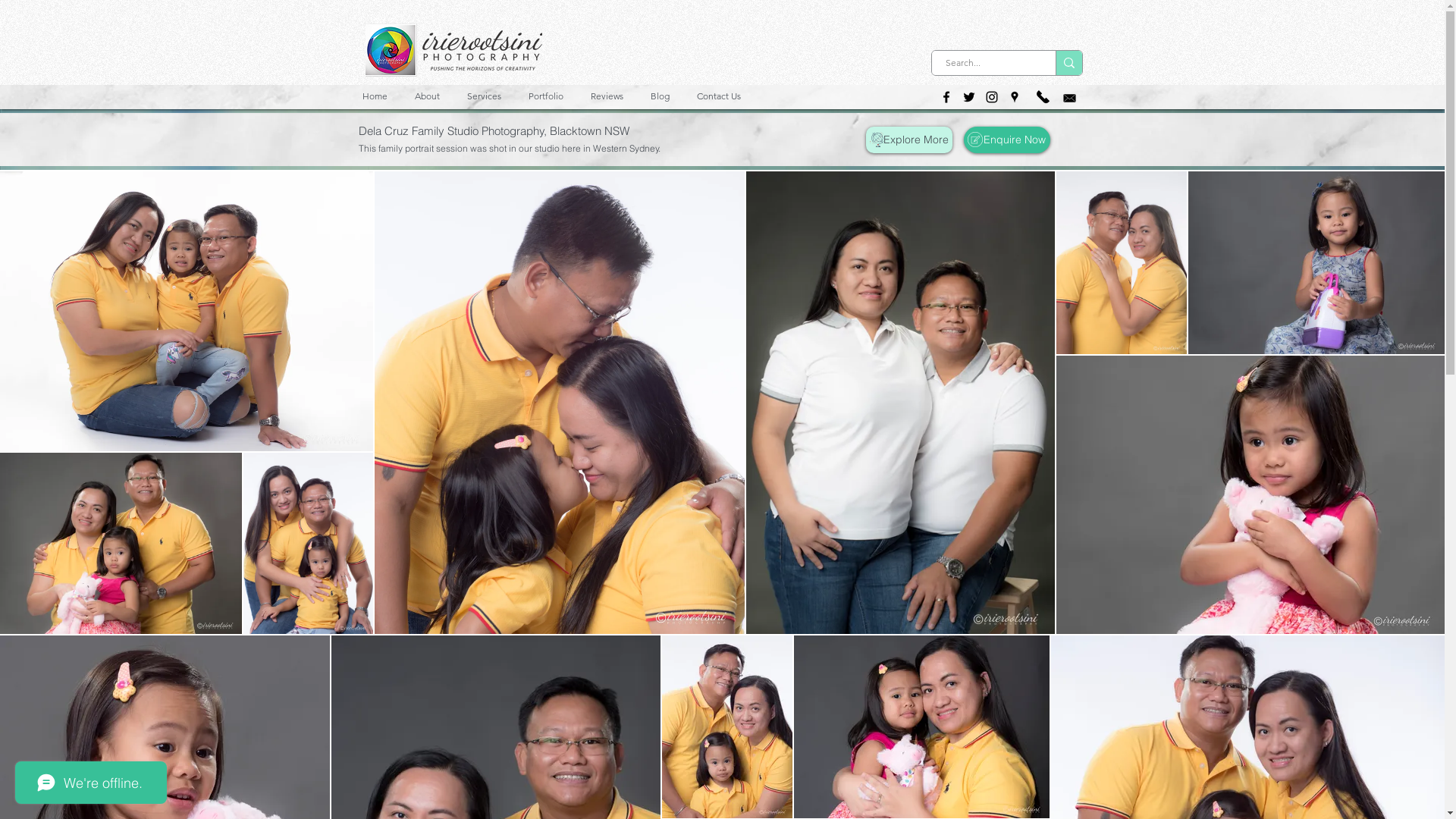  What do you see at coordinates (365, 49) in the screenshot?
I see `'Goto Home Page'` at bounding box center [365, 49].